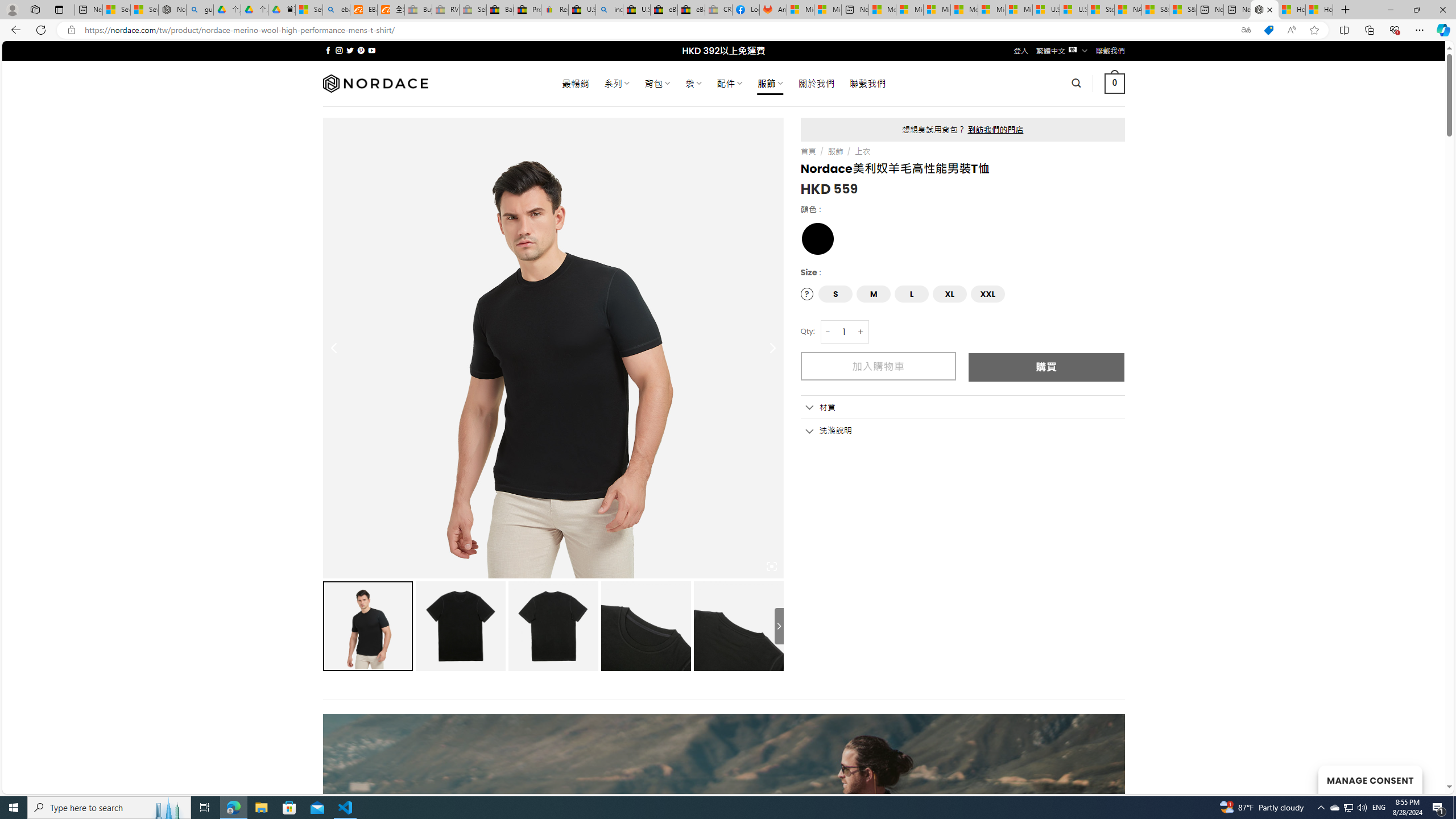 The image size is (1456, 819). I want to click on 'Microsoft account | Home', so click(936, 9).